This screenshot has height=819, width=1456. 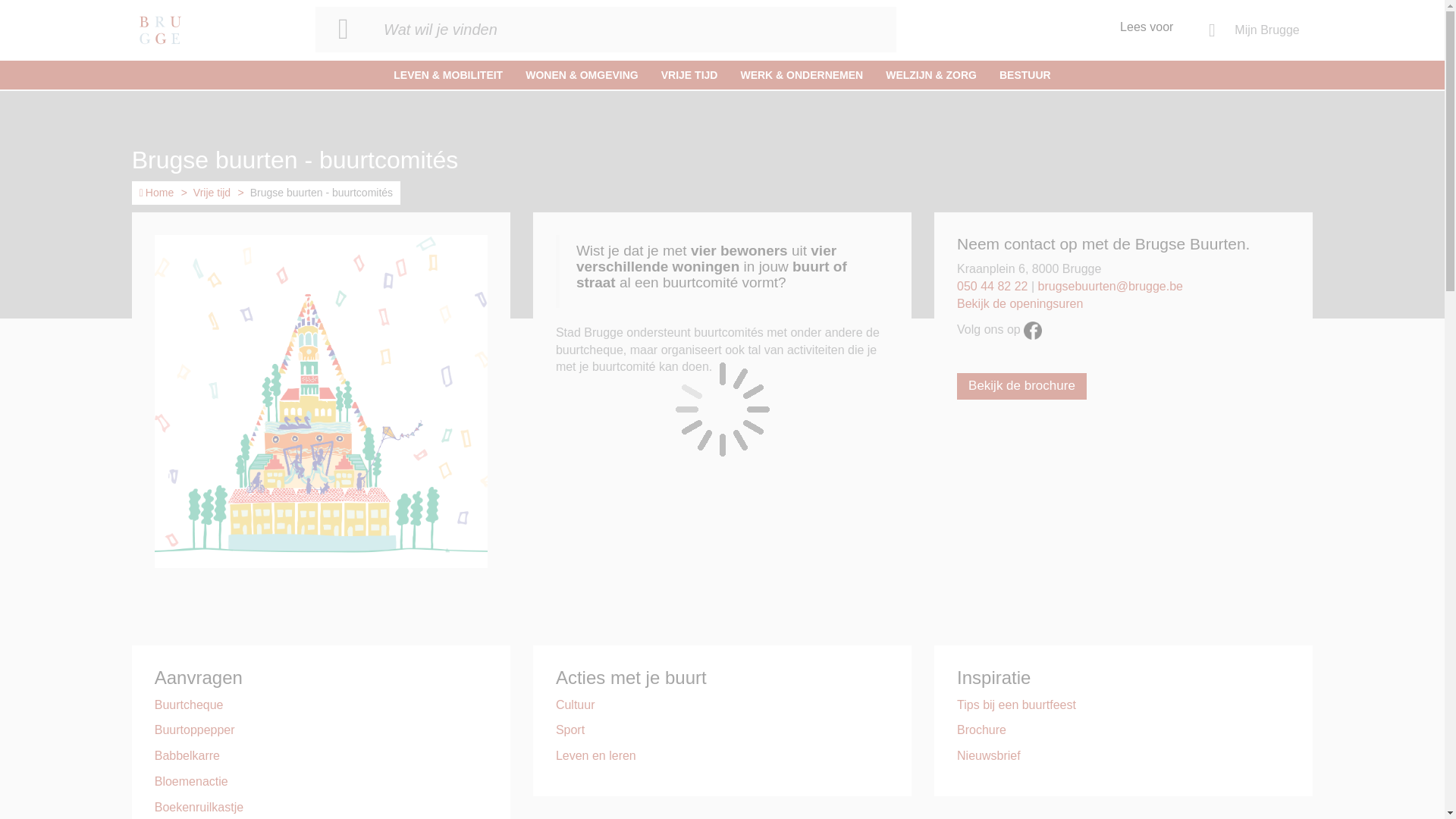 I want to click on 'brugsebuurten@brugge.be', so click(x=1037, y=286).